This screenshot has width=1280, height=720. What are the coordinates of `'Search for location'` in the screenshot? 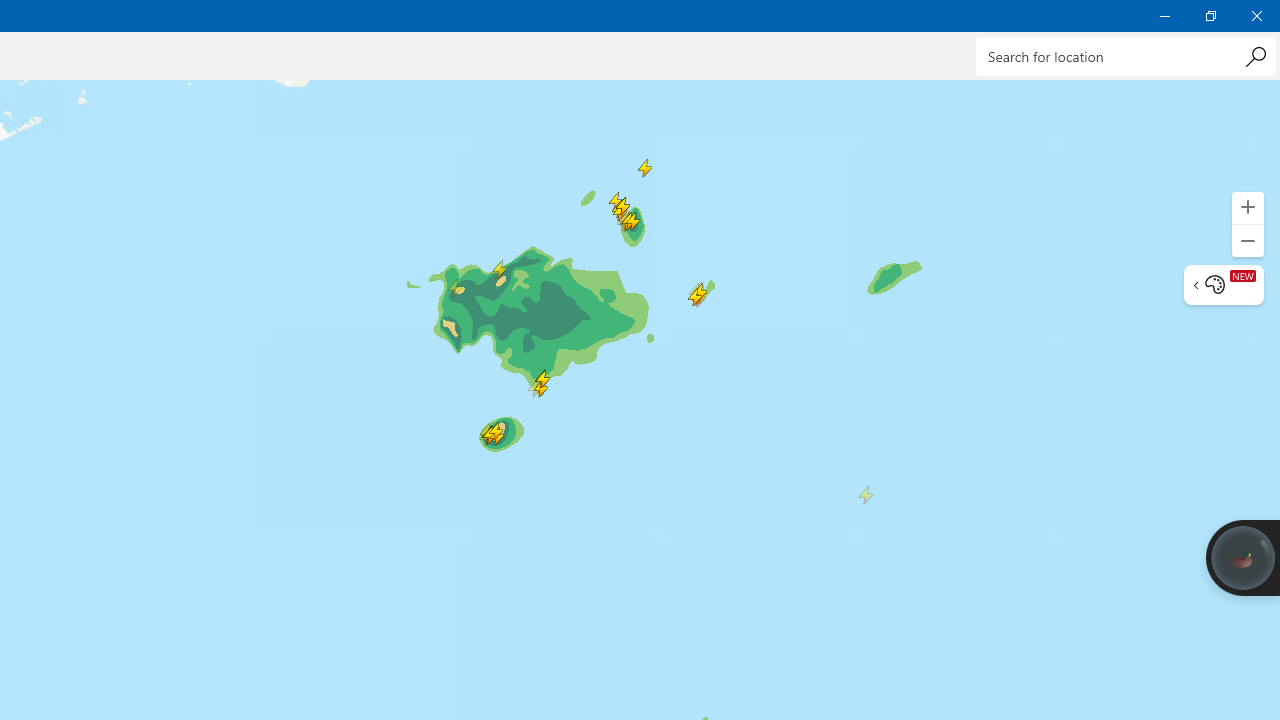 It's located at (1125, 55).